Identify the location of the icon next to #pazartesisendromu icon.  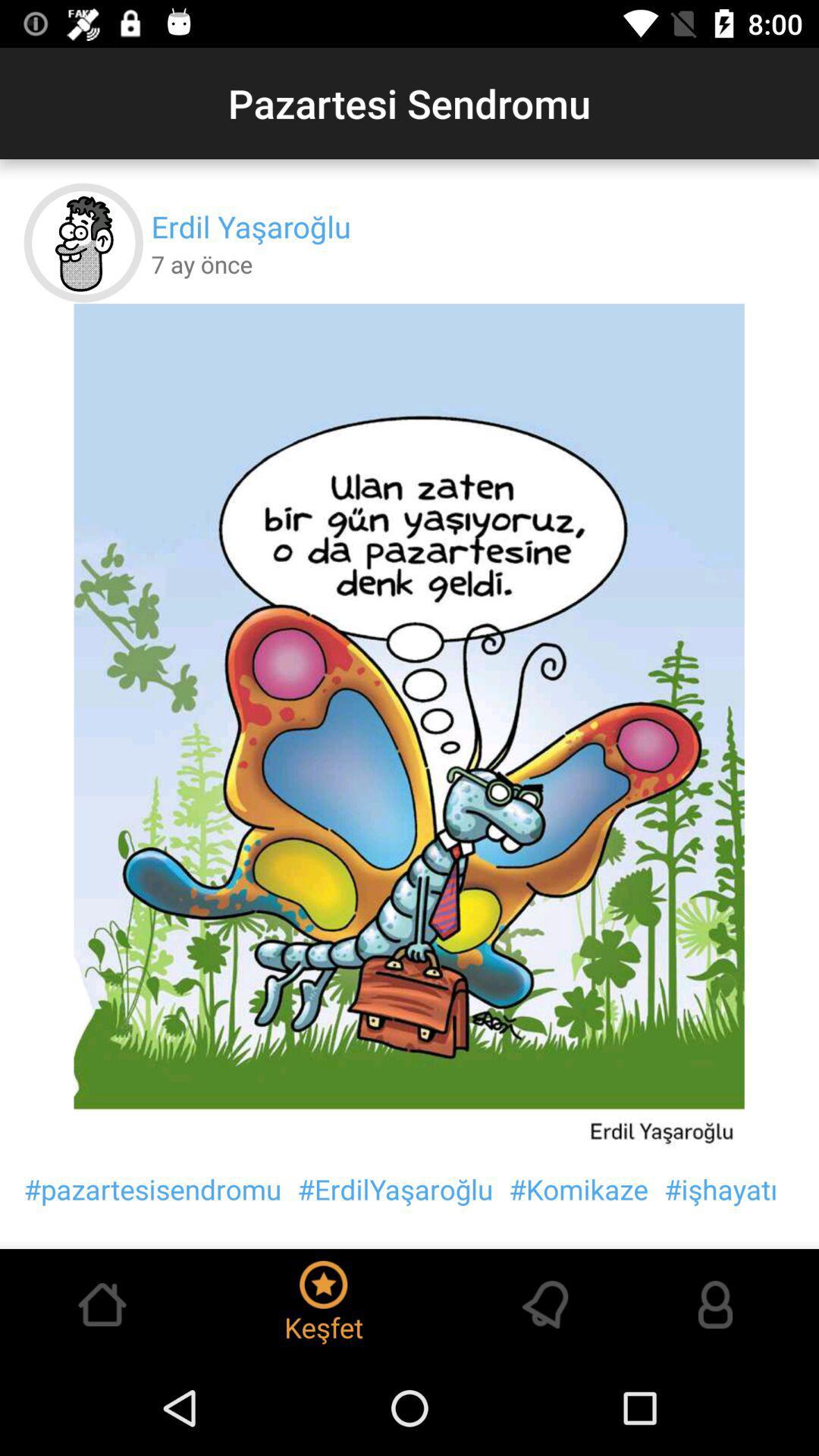
(394, 1188).